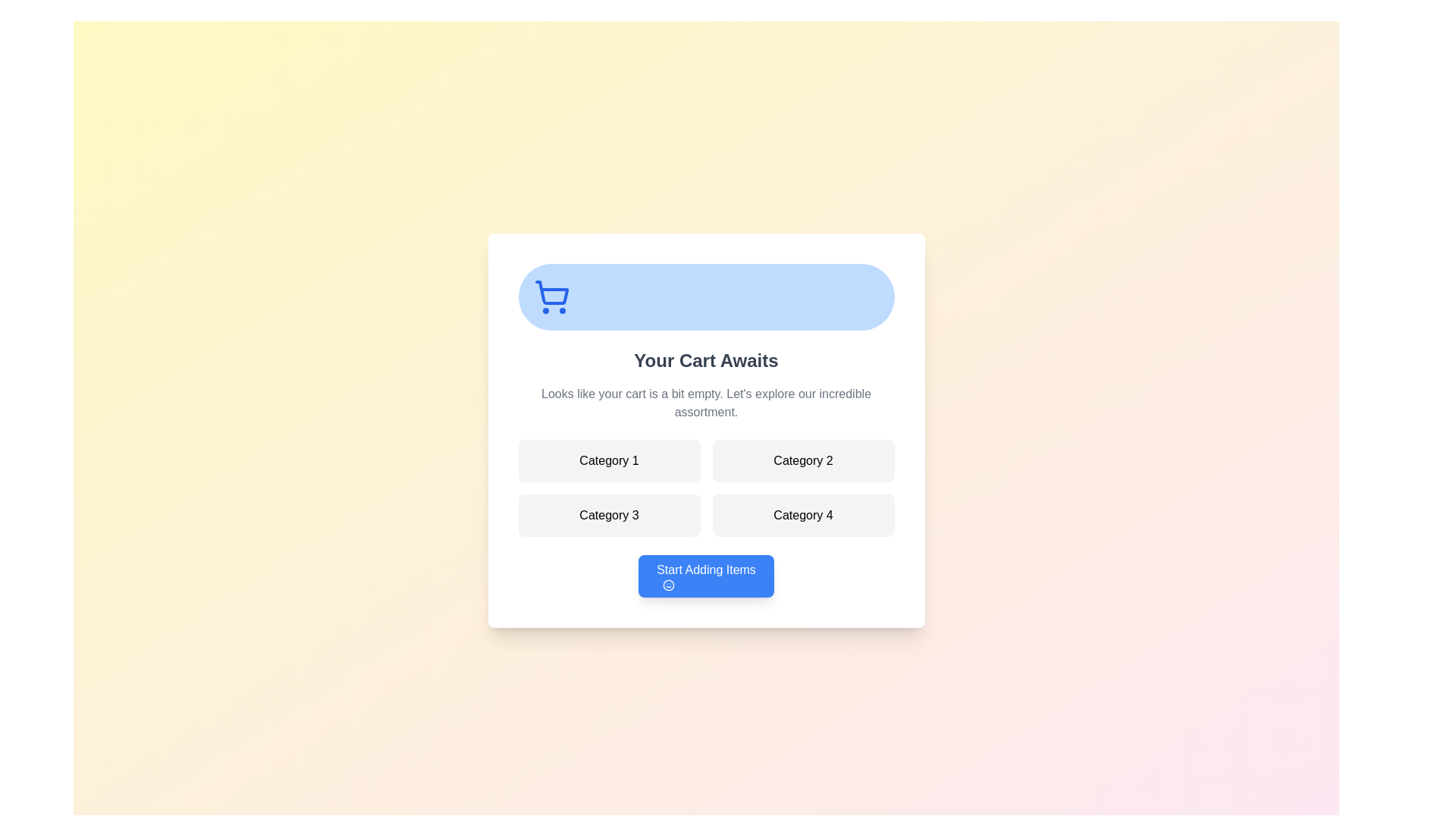 The image size is (1456, 819). Describe the element at coordinates (705, 360) in the screenshot. I see `the Static Text Header that indicates the purpose or status of the user's cart, which is located centrally beneath a shopping cart icon and above descriptive text` at that location.